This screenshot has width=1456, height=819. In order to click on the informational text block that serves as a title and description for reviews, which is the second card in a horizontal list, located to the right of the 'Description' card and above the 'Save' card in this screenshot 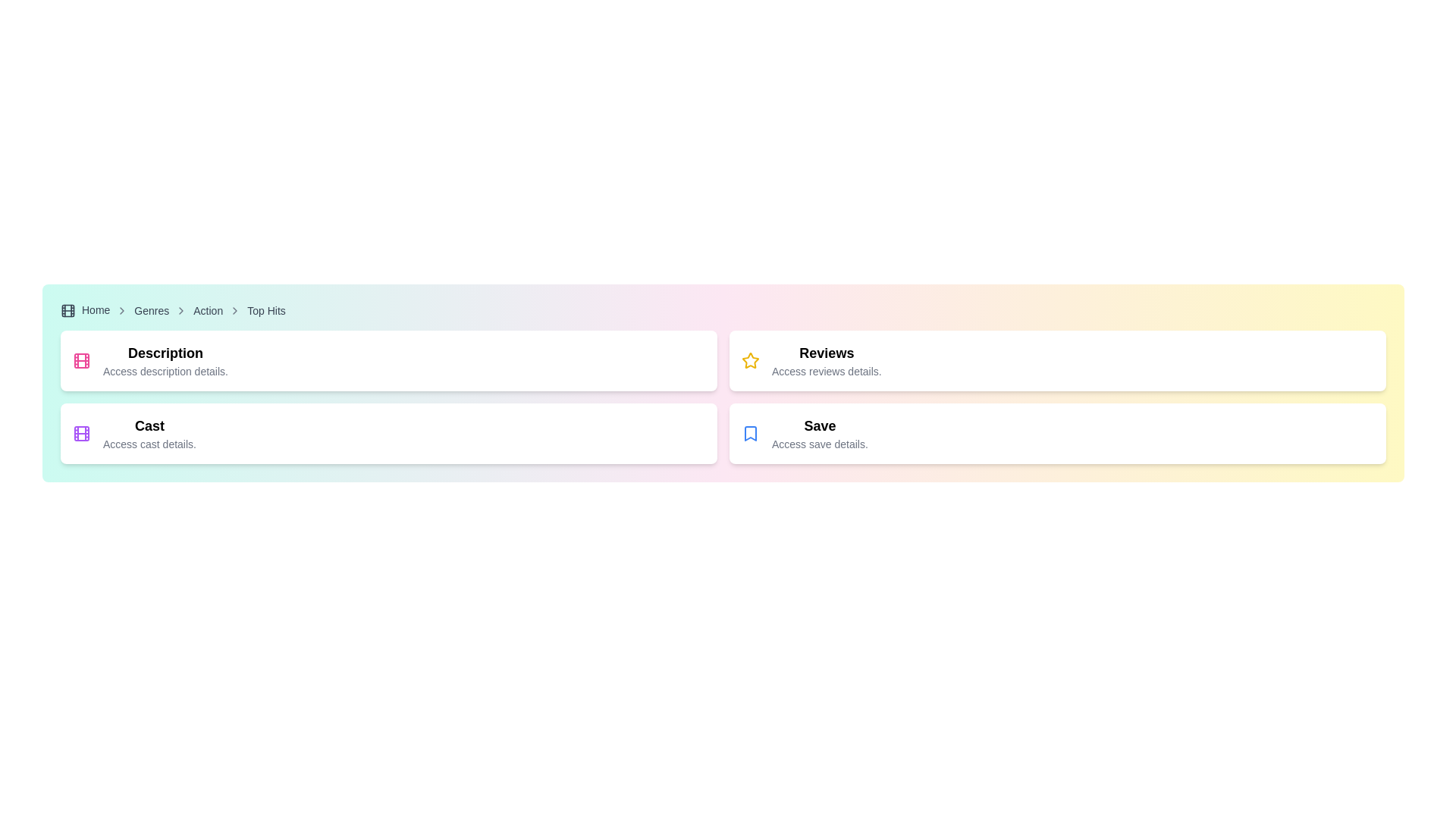, I will do `click(826, 361)`.